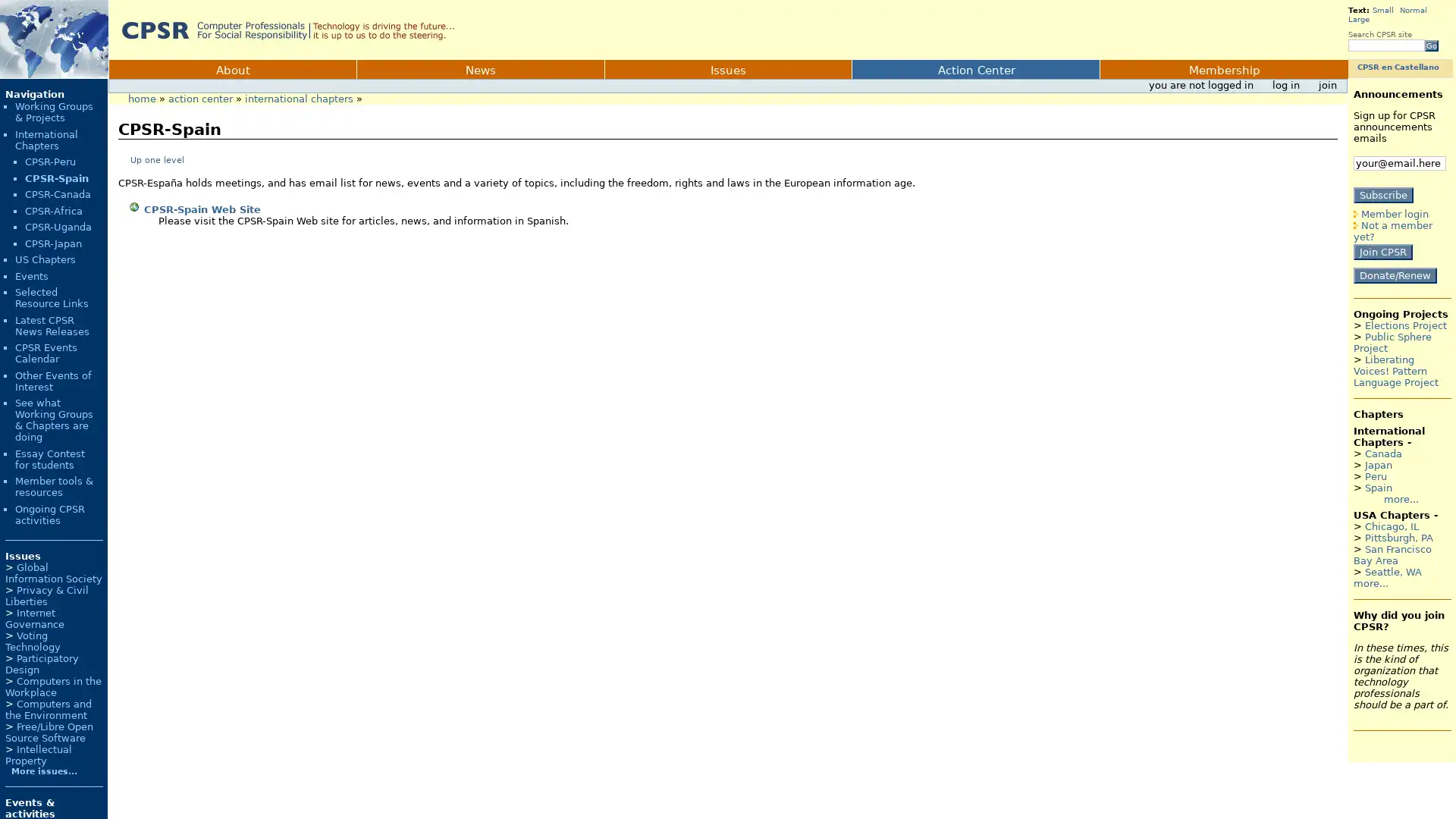 This screenshot has height=819, width=1456. I want to click on Go, so click(1430, 45).